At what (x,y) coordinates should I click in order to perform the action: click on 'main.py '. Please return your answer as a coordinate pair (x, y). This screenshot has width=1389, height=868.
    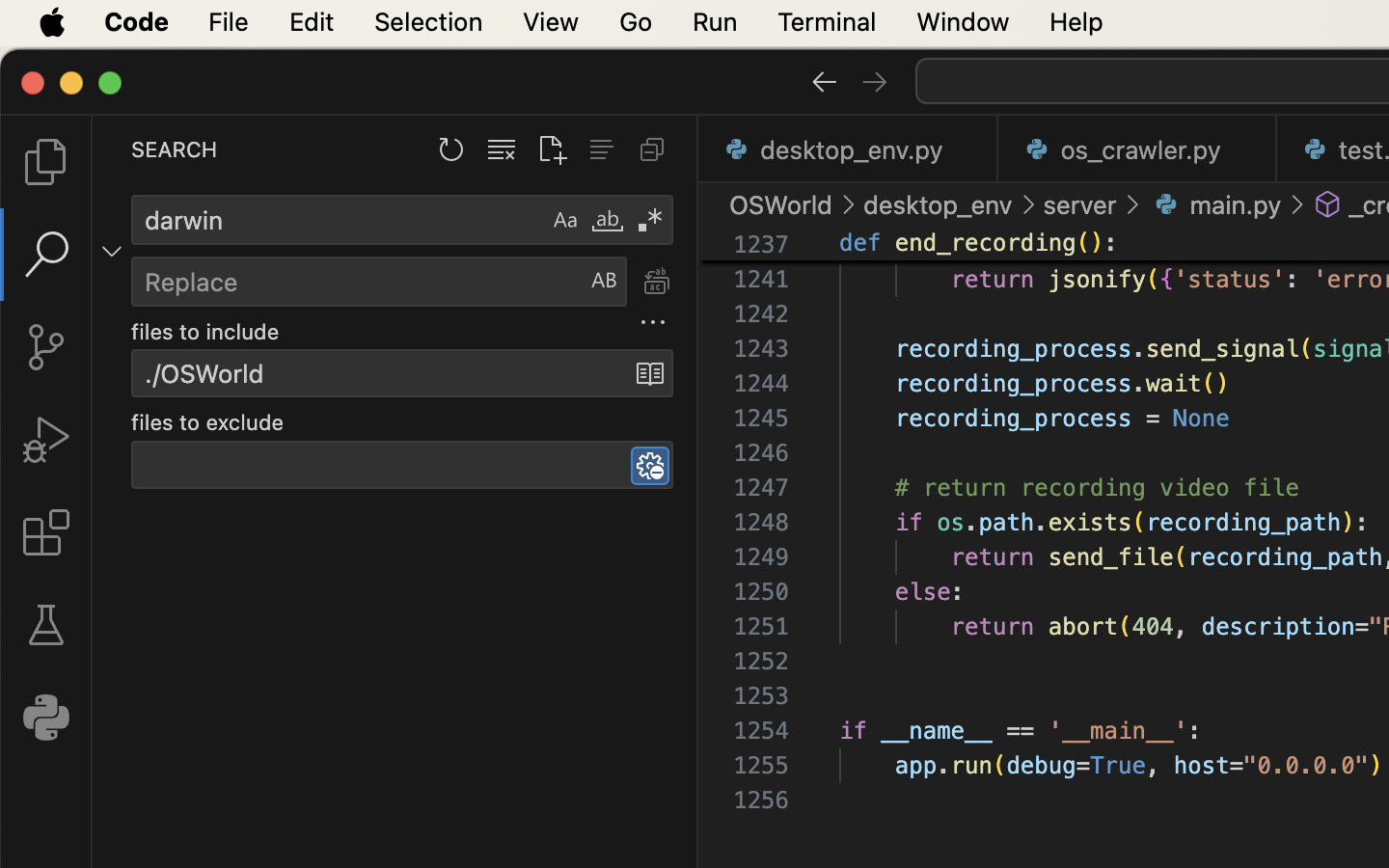
    Looking at the image, I should click on (1214, 204).